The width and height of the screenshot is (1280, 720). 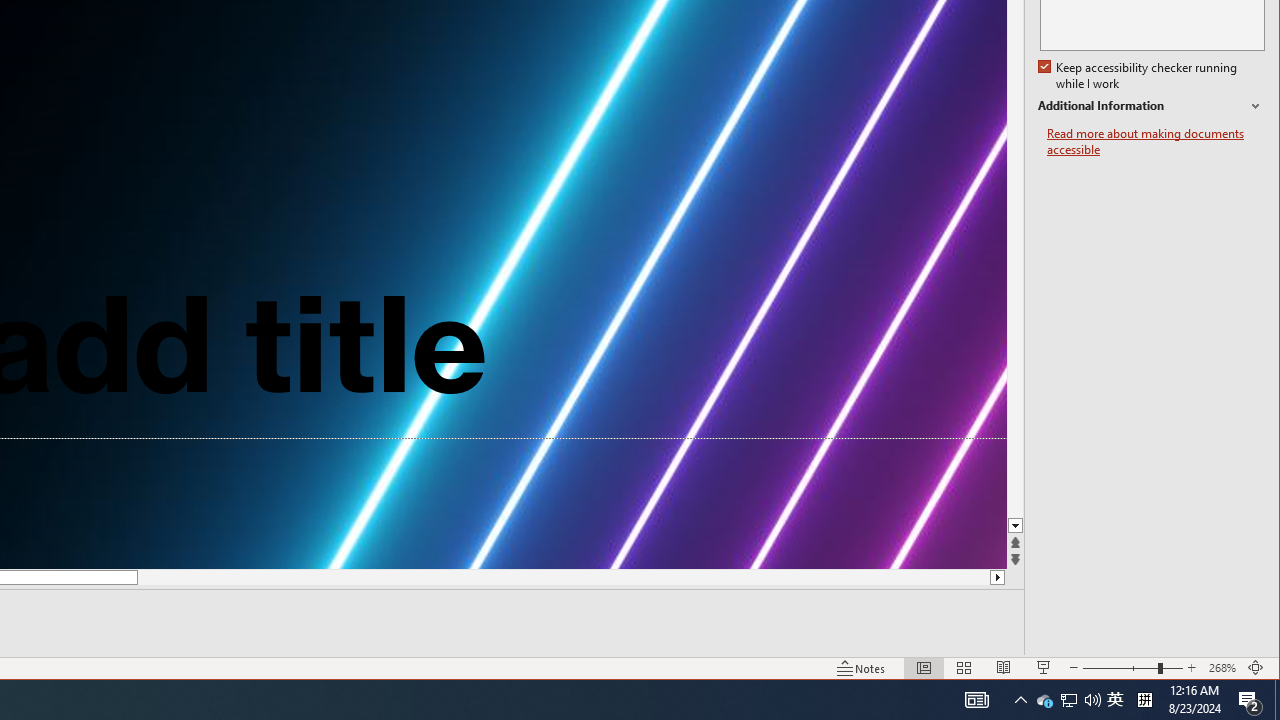 What do you see at coordinates (1250, 698) in the screenshot?
I see `'Action Center, 2 new notifications'` at bounding box center [1250, 698].